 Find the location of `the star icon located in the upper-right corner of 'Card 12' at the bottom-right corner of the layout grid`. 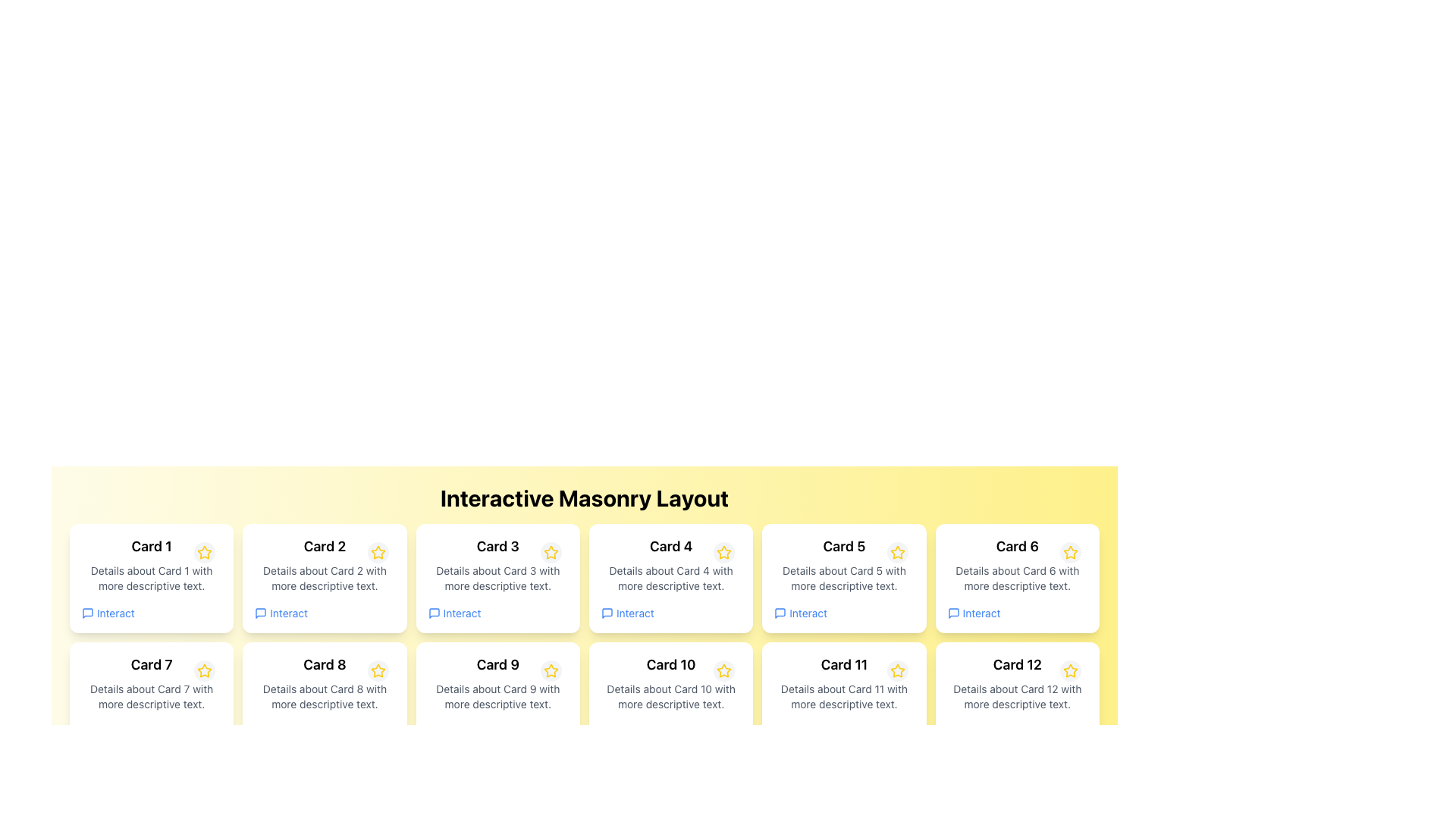

the star icon located in the upper-right corner of 'Card 12' at the bottom-right corner of the layout grid is located at coordinates (1069, 670).